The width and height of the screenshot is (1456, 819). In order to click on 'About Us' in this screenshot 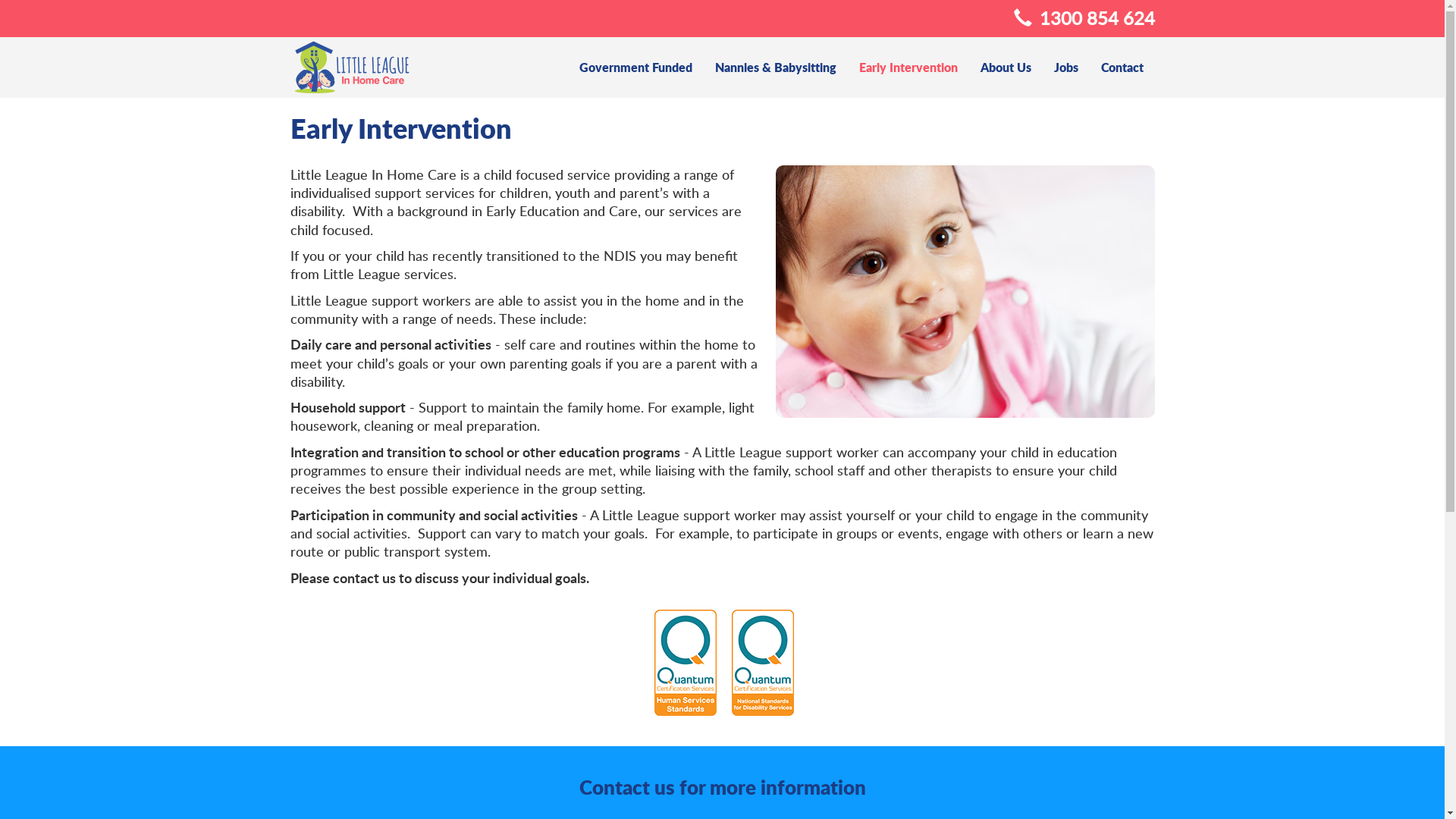, I will do `click(1006, 66)`.